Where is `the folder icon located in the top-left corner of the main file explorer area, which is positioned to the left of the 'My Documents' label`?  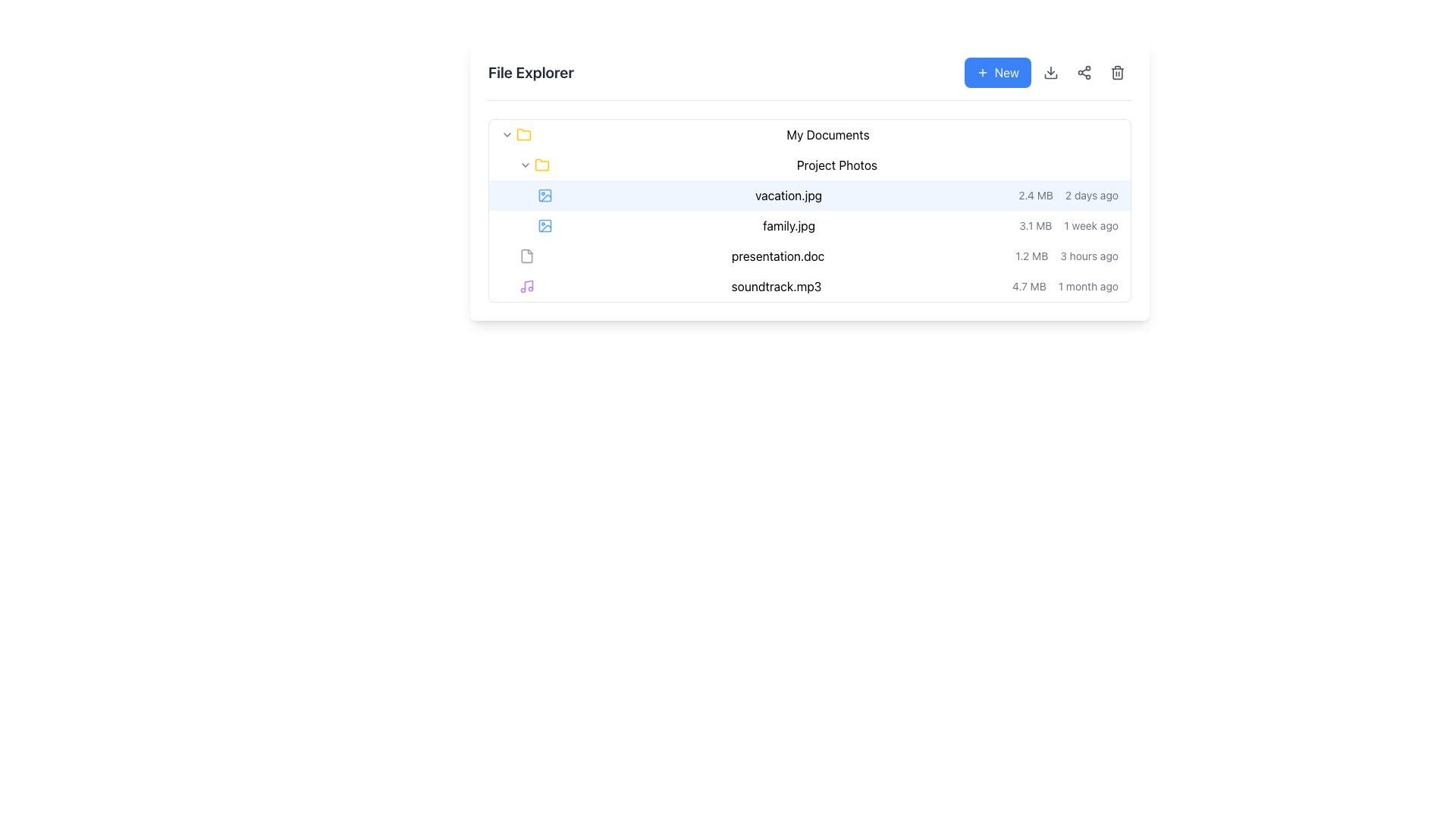
the folder icon located in the top-left corner of the main file explorer area, which is positioned to the left of the 'My Documents' label is located at coordinates (524, 133).